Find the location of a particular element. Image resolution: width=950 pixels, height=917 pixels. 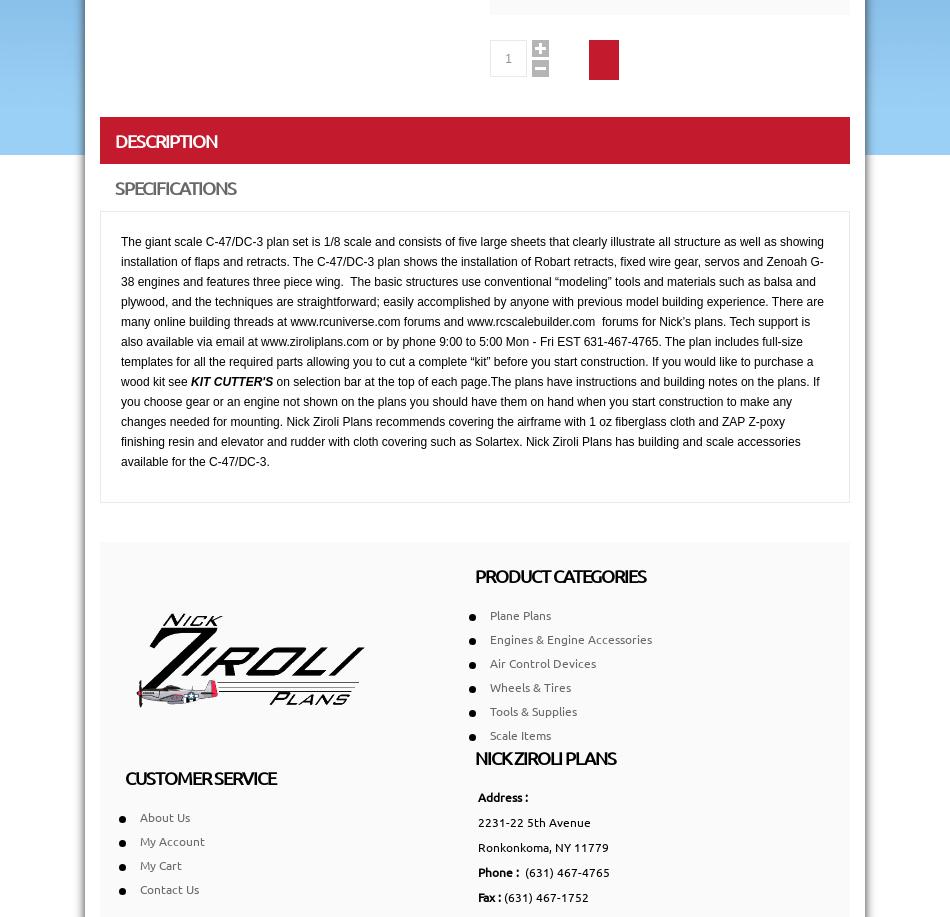

'KIT CUTTER'S' is located at coordinates (231, 381).